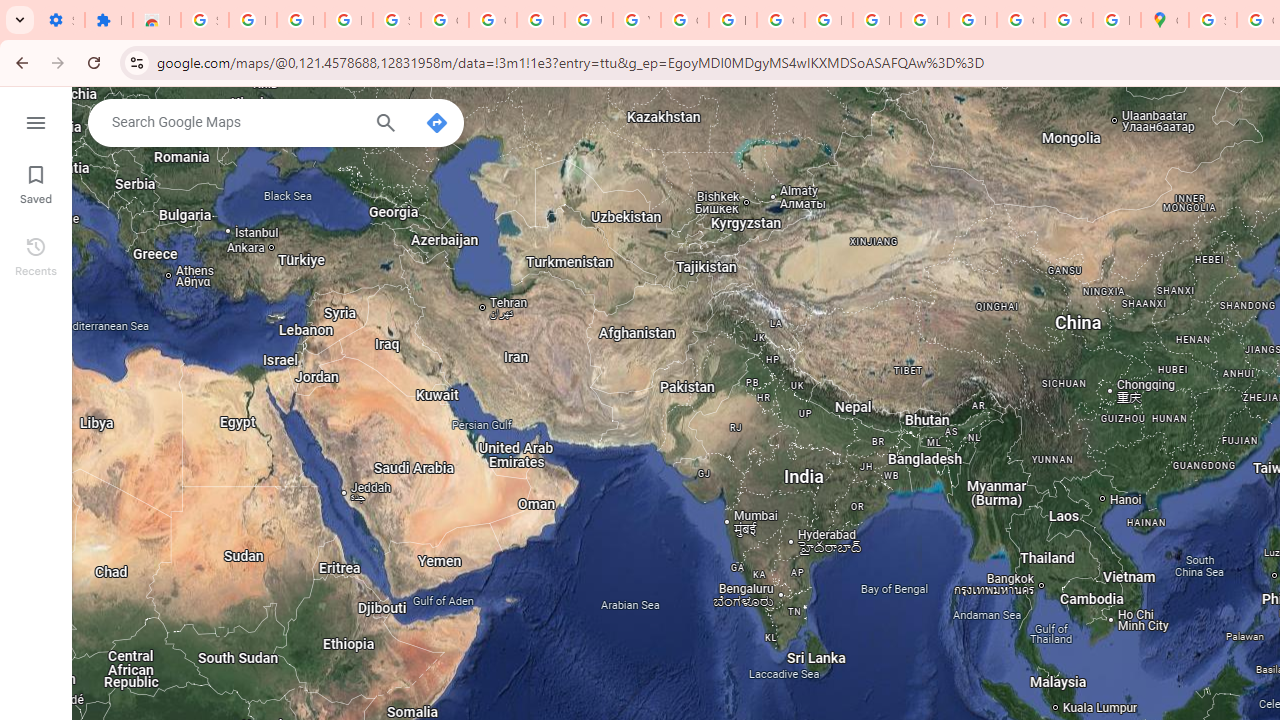 The height and width of the screenshot is (720, 1280). I want to click on 'Search tabs', so click(20, 20).